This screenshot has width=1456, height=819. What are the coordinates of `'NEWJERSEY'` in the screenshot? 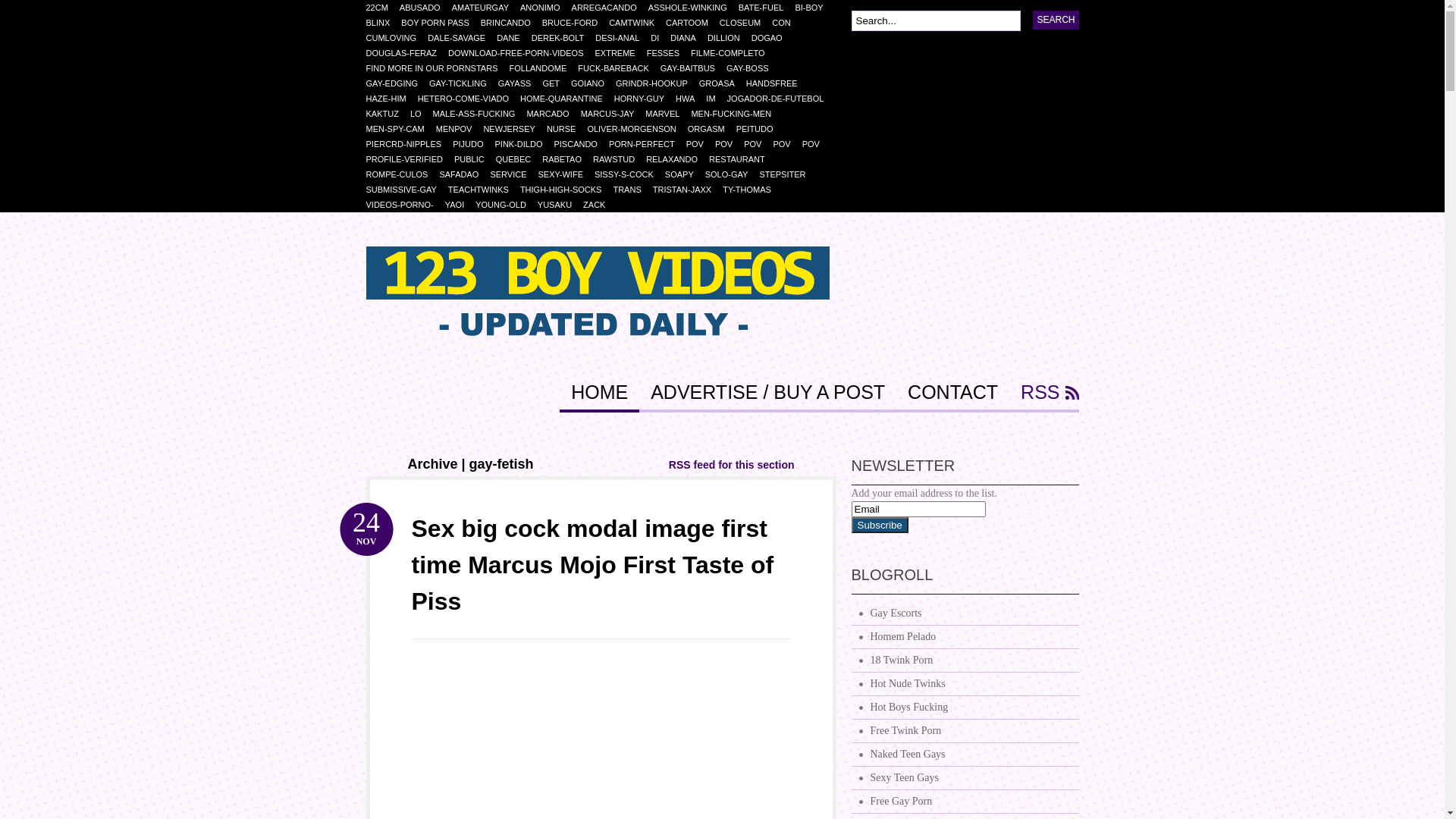 It's located at (514, 127).